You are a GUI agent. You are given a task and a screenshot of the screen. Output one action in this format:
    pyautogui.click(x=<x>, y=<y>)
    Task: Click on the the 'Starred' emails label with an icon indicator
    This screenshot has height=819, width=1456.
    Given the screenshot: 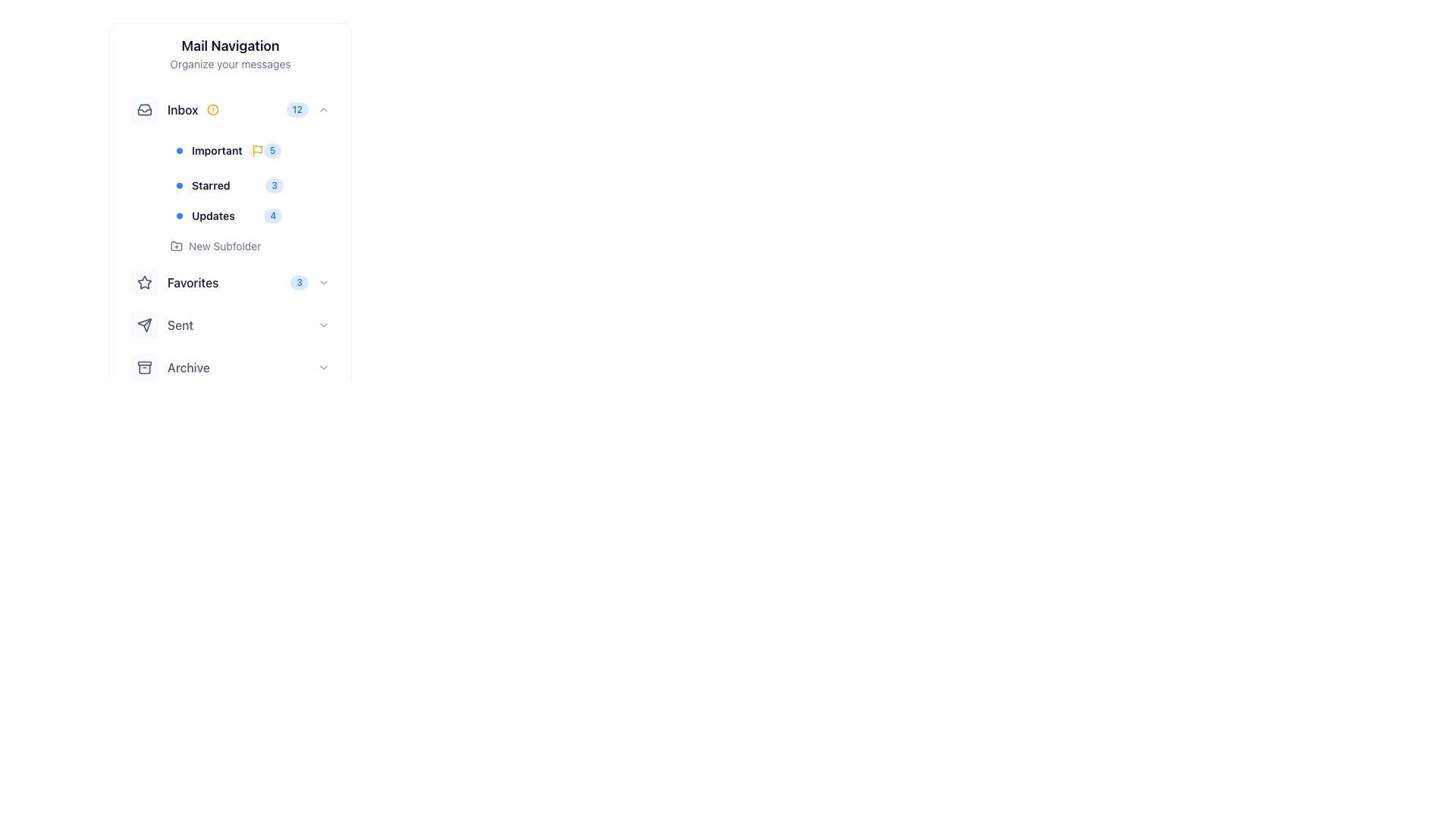 What is the action you would take?
    pyautogui.click(x=202, y=185)
    